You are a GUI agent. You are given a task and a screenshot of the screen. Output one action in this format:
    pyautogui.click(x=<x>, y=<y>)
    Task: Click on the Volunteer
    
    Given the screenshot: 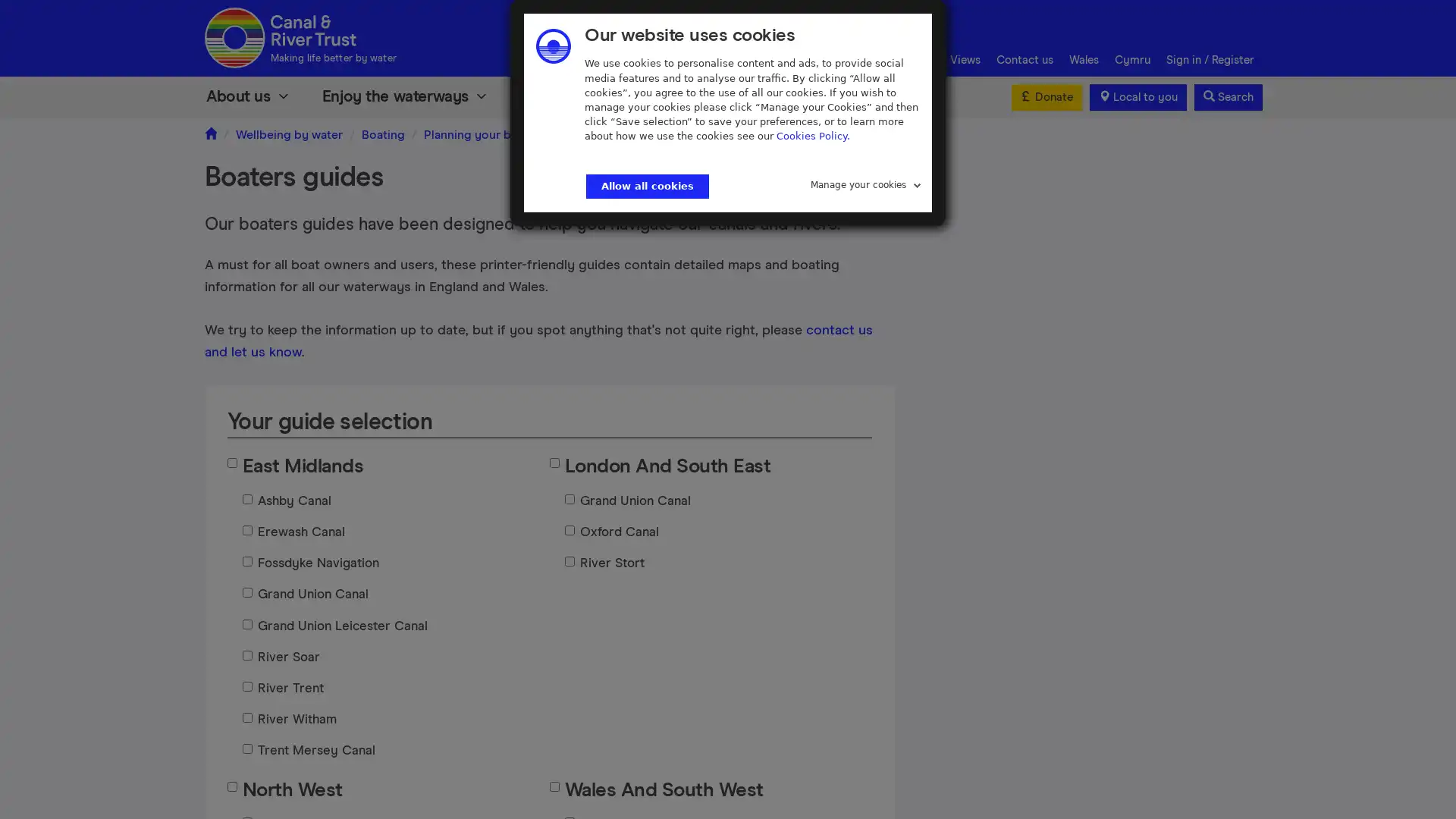 What is the action you would take?
    pyautogui.click(x=566, y=96)
    